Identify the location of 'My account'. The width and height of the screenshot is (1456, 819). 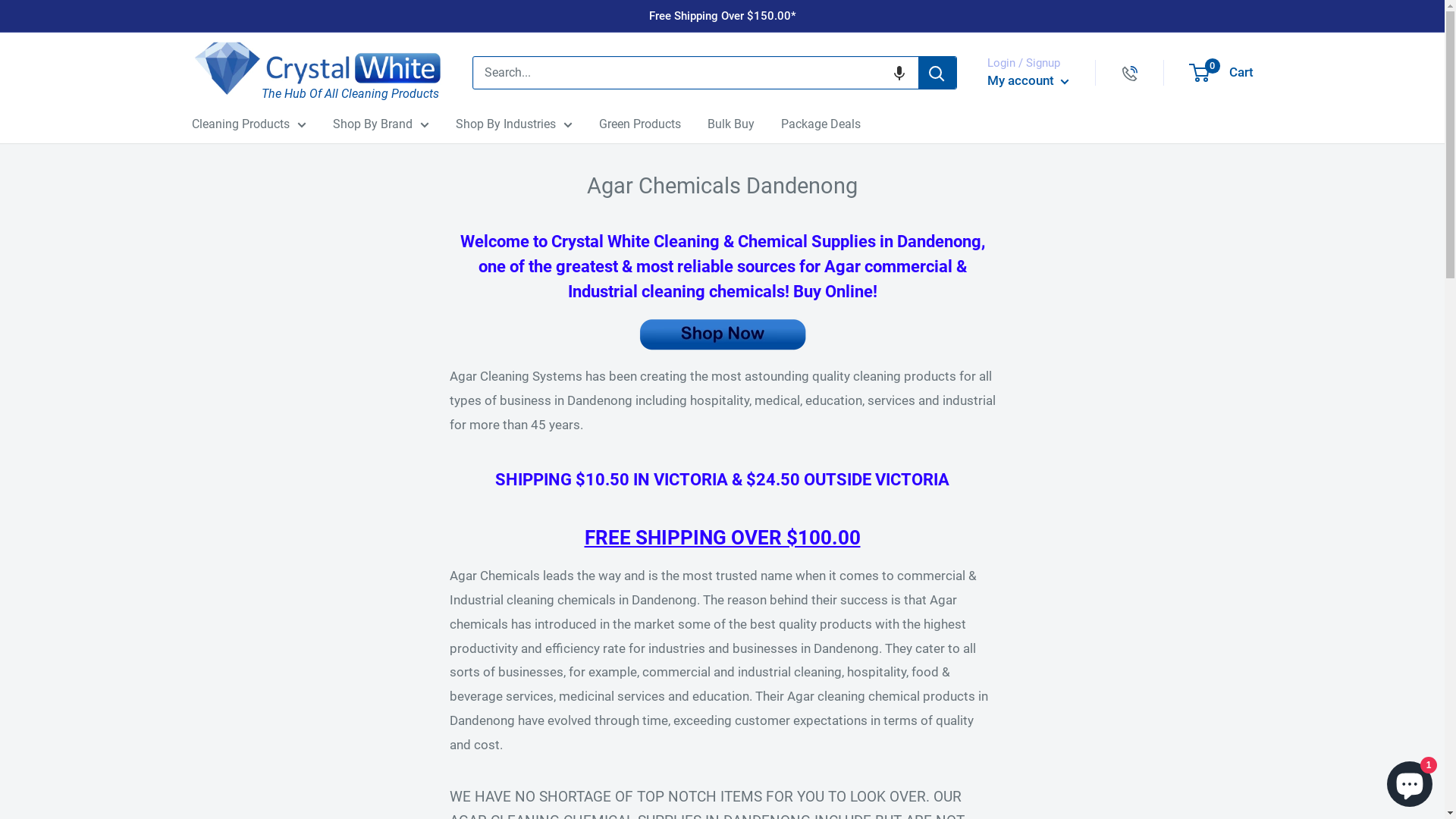
(1028, 81).